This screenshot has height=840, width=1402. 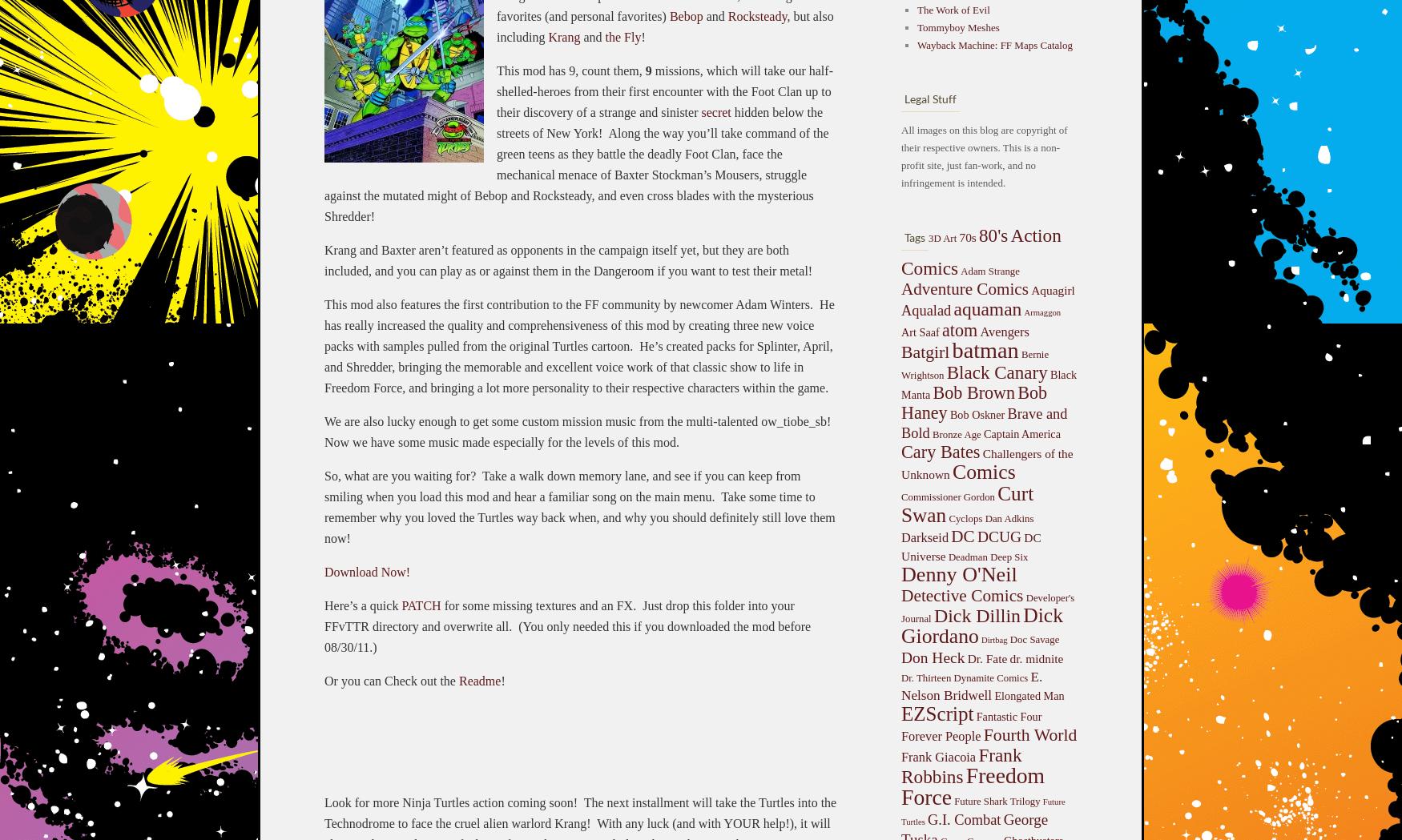 What do you see at coordinates (937, 757) in the screenshot?
I see `'Frank Giacoia'` at bounding box center [937, 757].